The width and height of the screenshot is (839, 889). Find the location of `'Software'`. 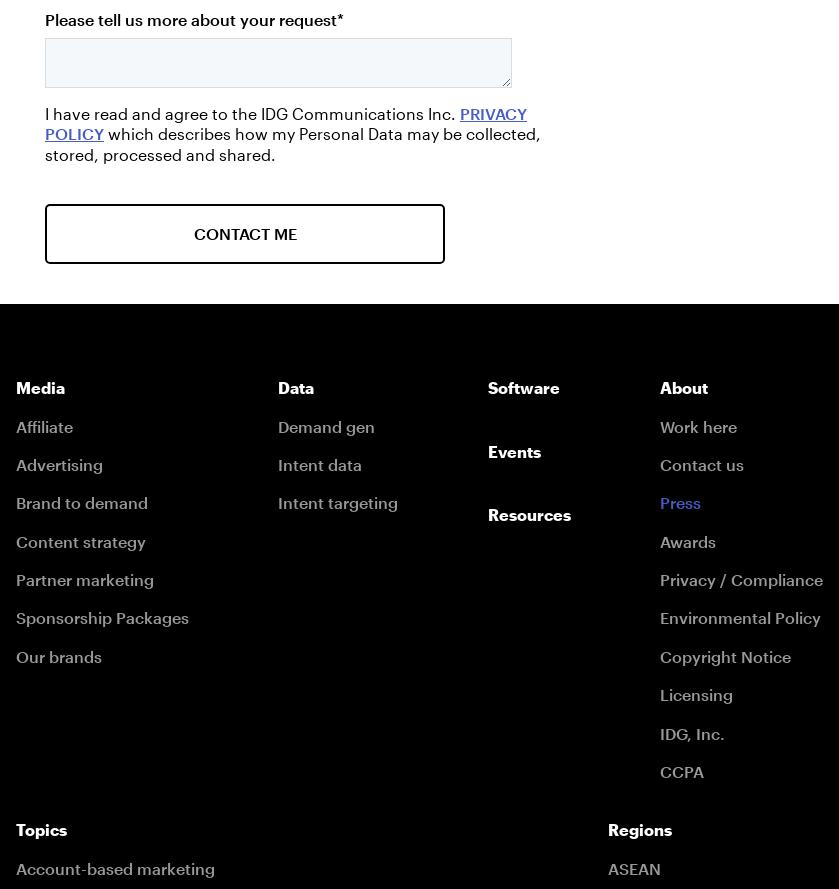

'Software' is located at coordinates (522, 387).